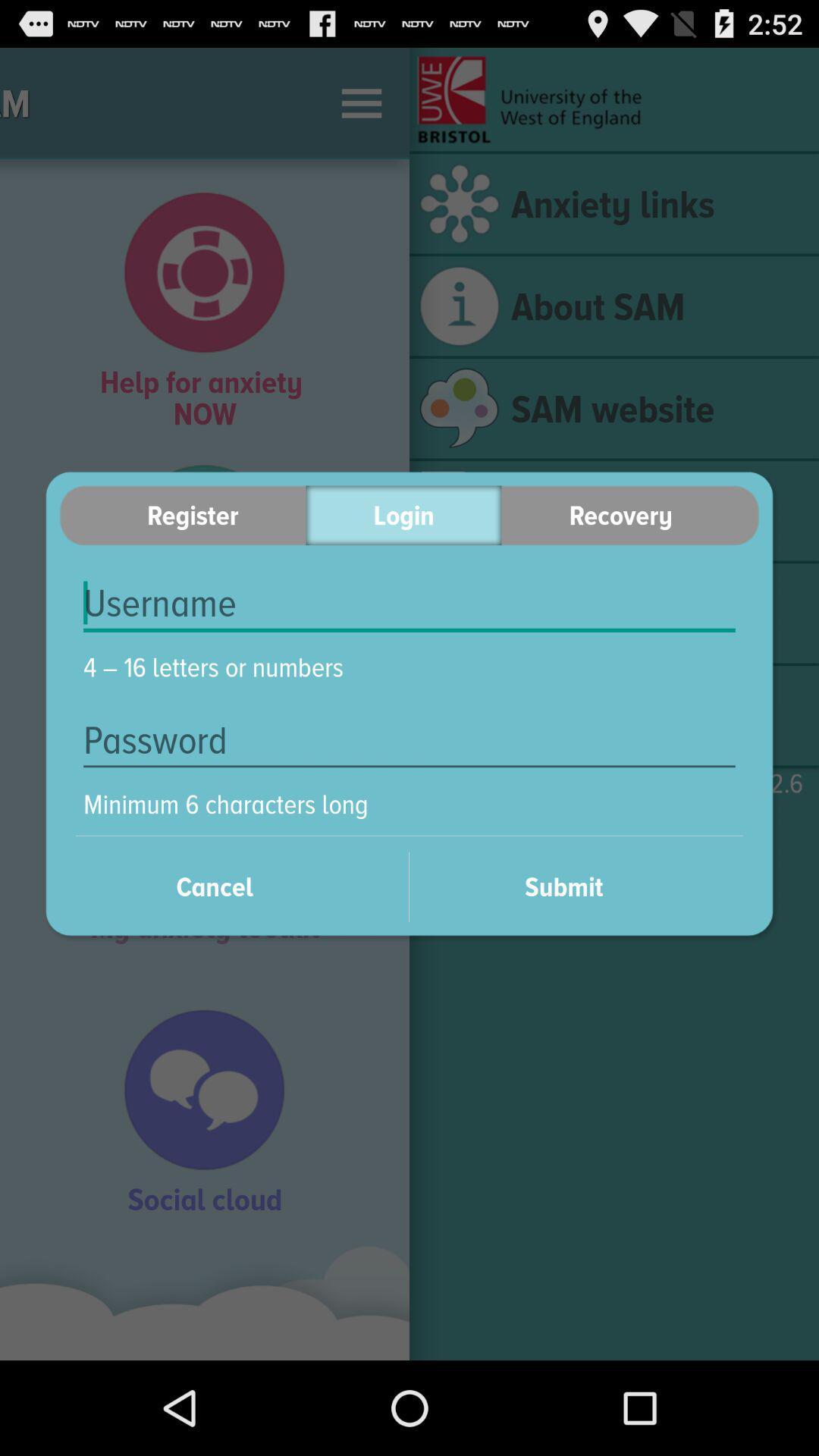 The width and height of the screenshot is (819, 1456). I want to click on icon next to the login, so click(630, 515).